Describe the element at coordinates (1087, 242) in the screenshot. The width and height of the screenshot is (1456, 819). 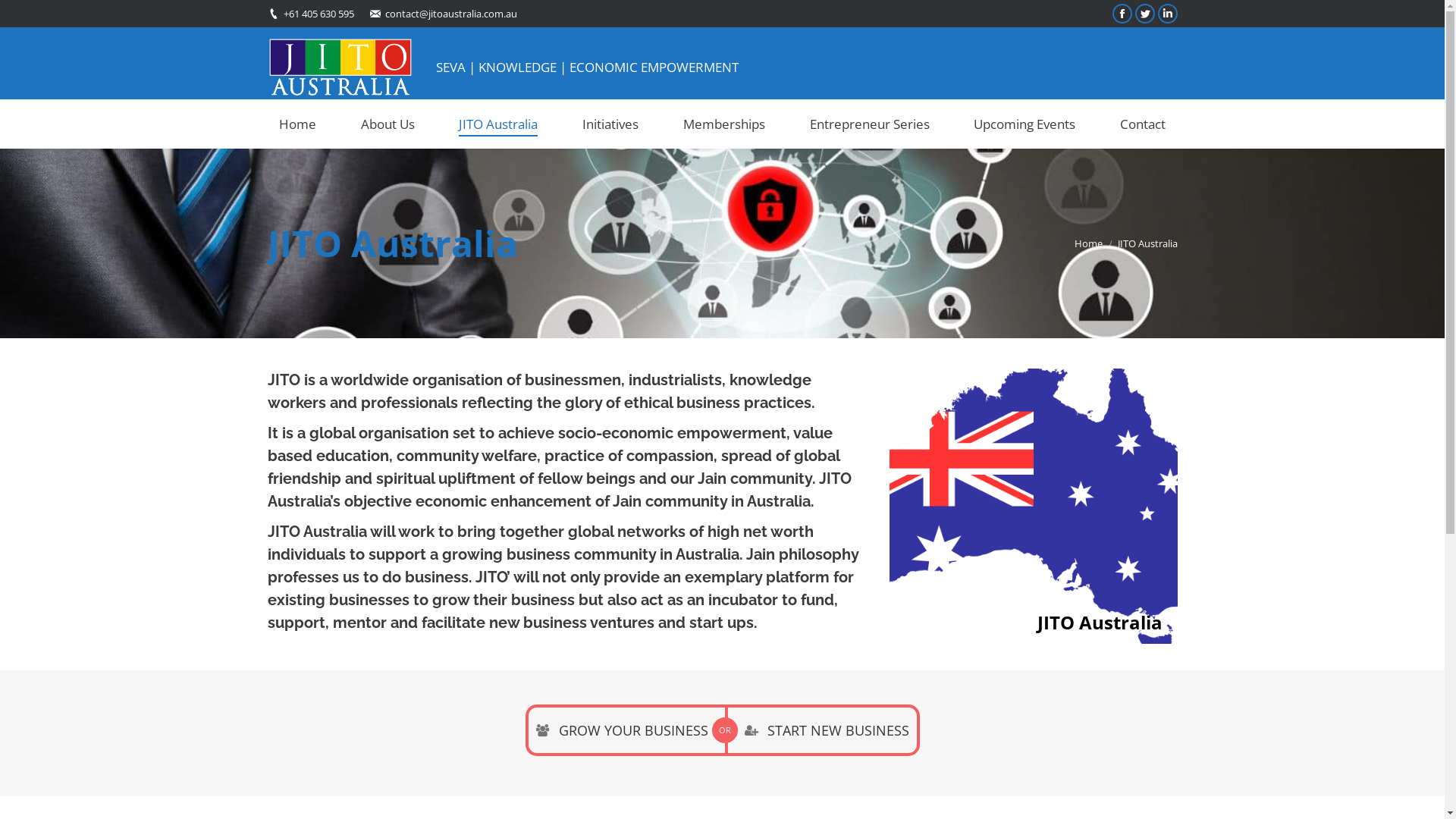
I see `'Home'` at that location.